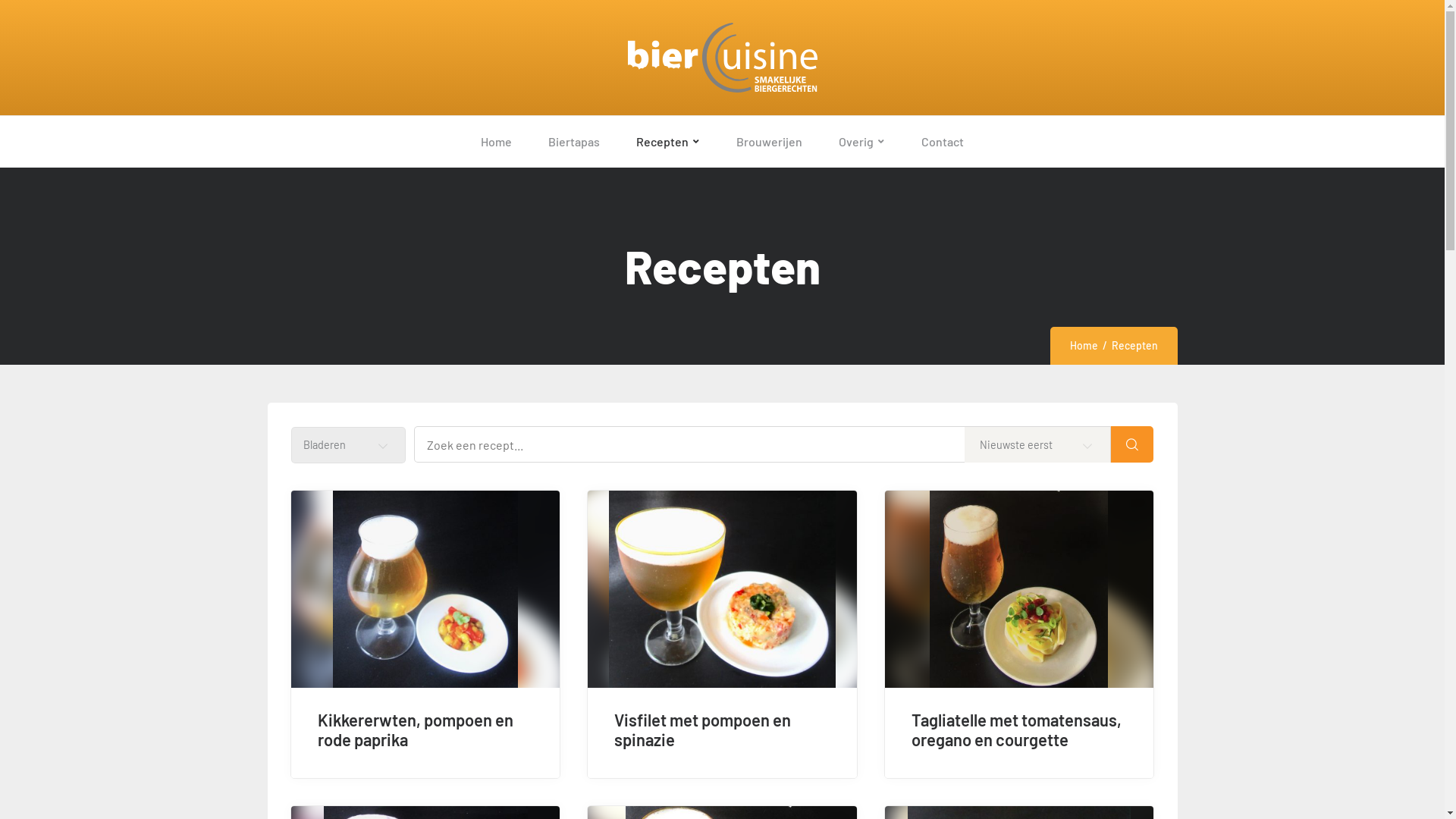 The width and height of the screenshot is (1456, 819). What do you see at coordinates (861, 141) in the screenshot?
I see `'Overig'` at bounding box center [861, 141].